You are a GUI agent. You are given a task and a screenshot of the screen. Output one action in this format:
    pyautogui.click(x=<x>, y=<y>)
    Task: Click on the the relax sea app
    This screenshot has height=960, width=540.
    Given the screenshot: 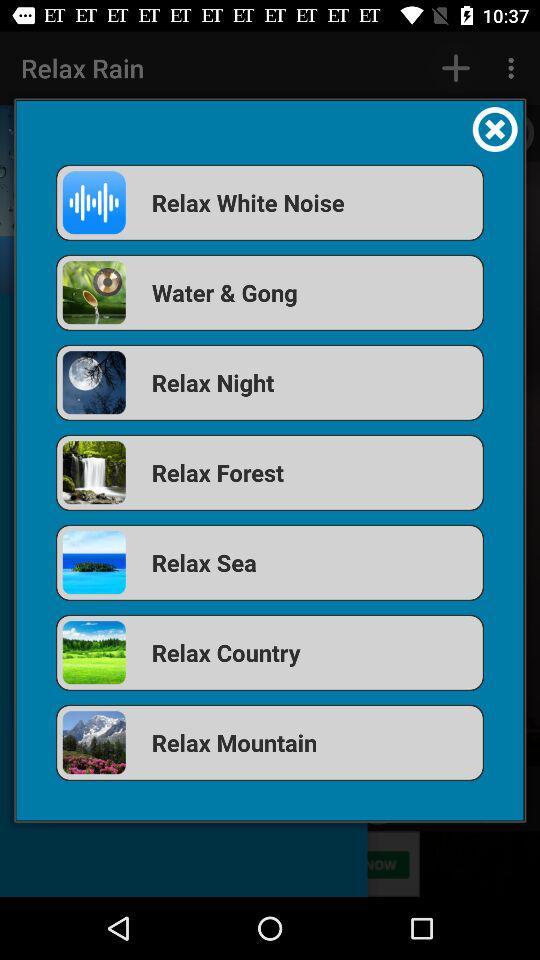 What is the action you would take?
    pyautogui.click(x=270, y=562)
    